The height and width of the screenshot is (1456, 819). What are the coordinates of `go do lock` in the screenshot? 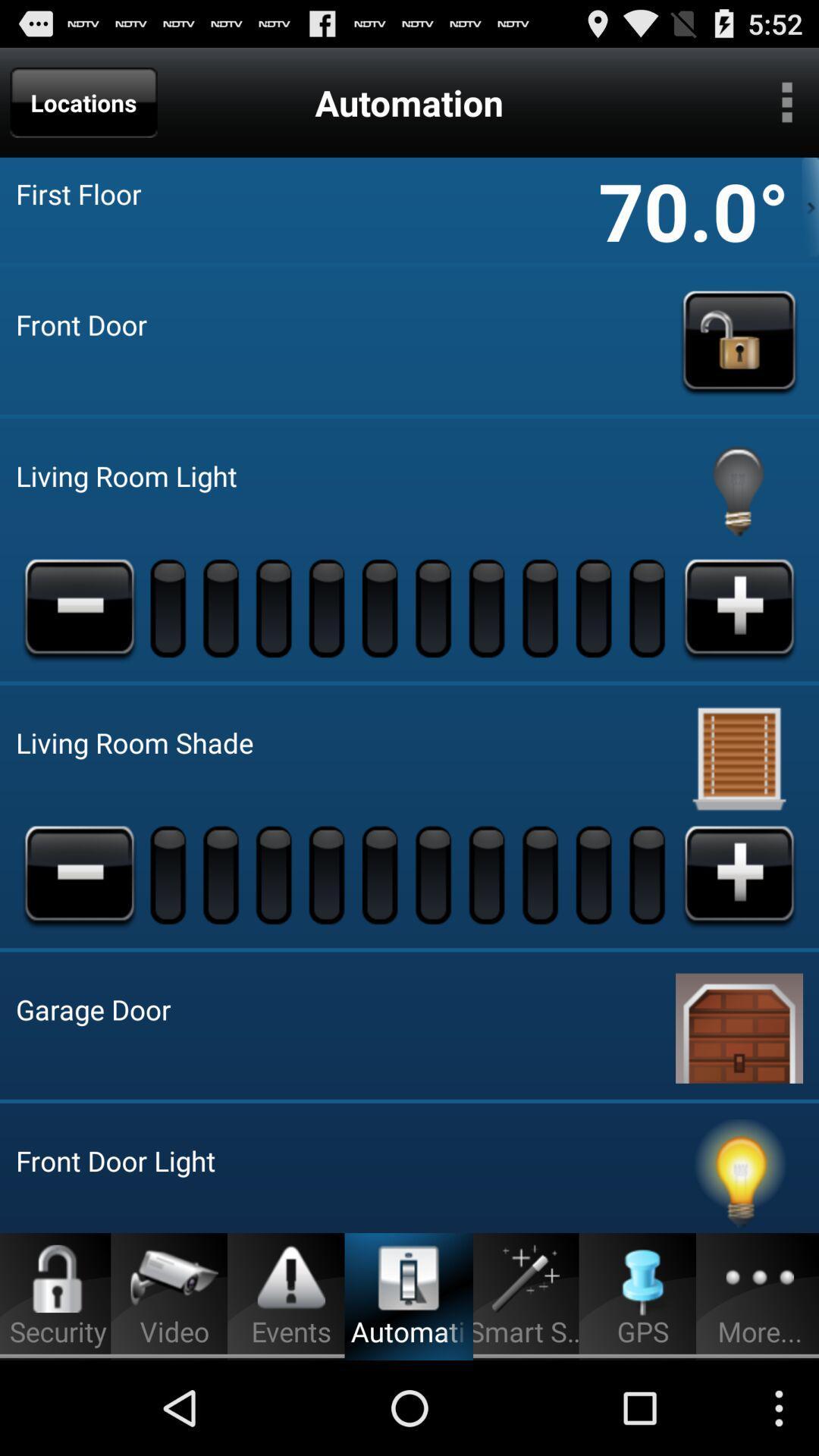 It's located at (739, 340).